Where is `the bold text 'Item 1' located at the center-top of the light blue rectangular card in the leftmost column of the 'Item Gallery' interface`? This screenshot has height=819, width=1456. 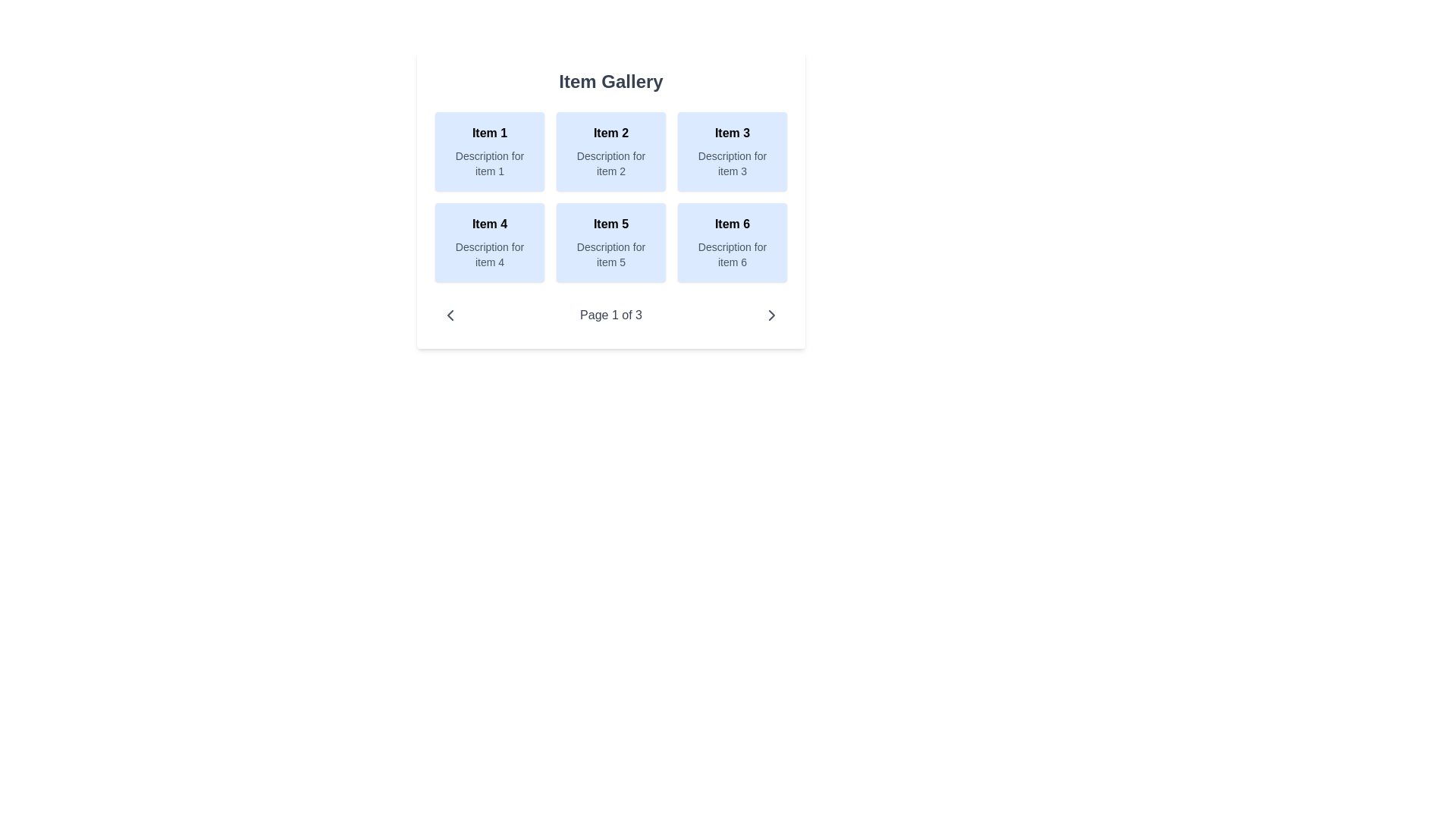
the bold text 'Item 1' located at the center-top of the light blue rectangular card in the leftmost column of the 'Item Gallery' interface is located at coordinates (490, 133).